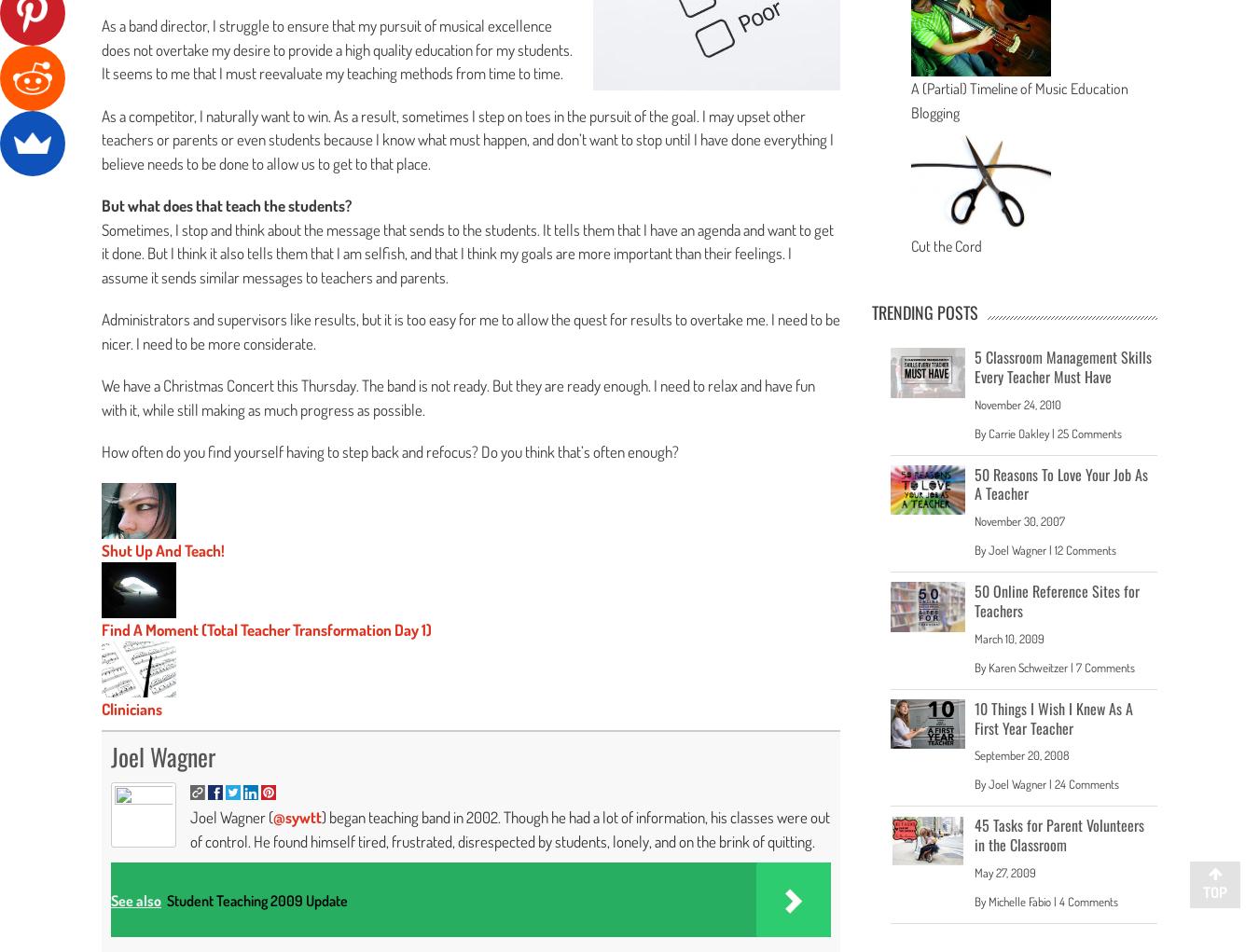 The width and height of the screenshot is (1259, 952). What do you see at coordinates (100, 395) in the screenshot?
I see `'We have a Christmas Concert this Thursday. The band is not ready. But they are ready enough. I need to relax and have fun with it, while still making as much progress as possible.'` at bounding box center [100, 395].